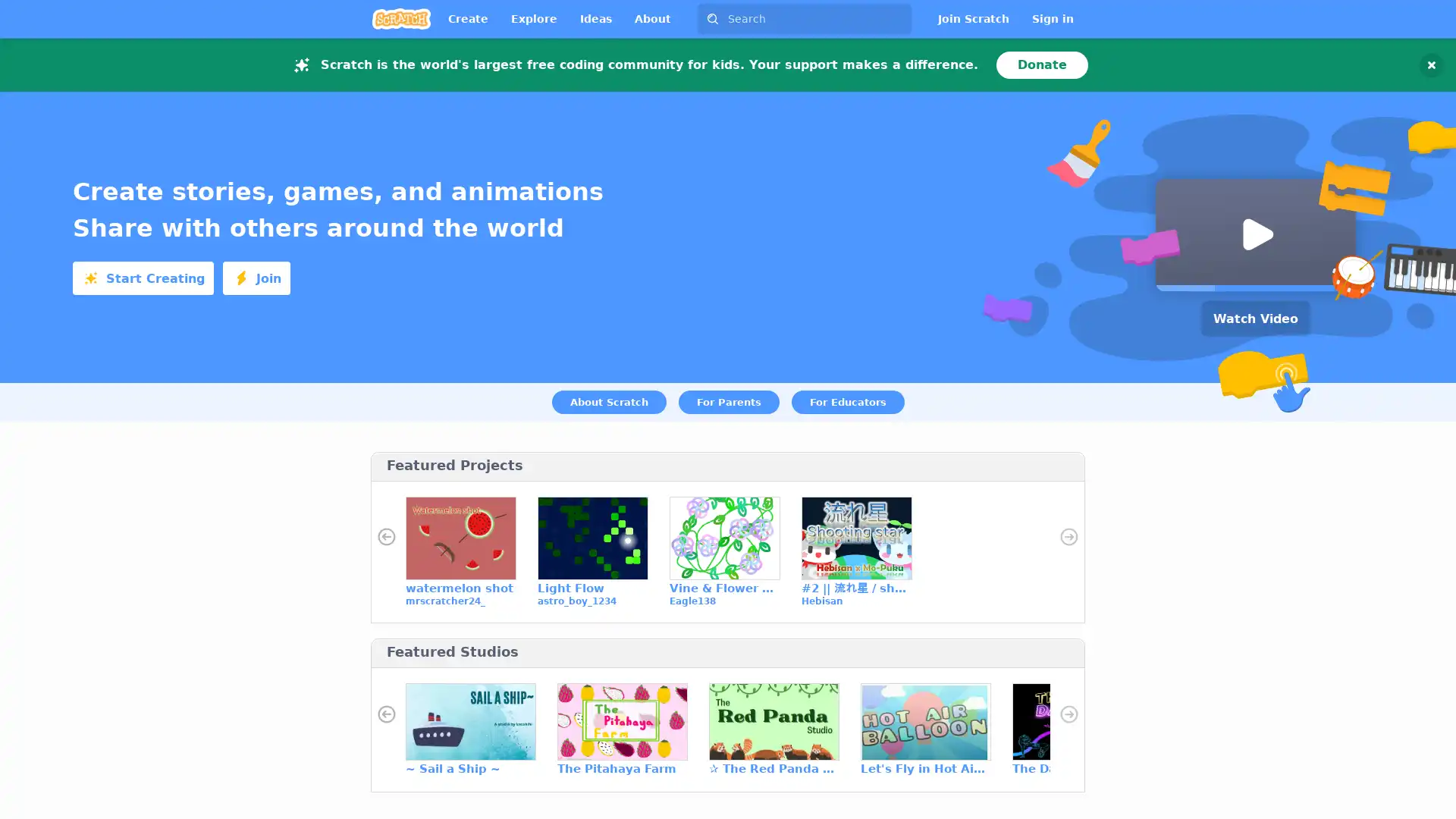 The height and width of the screenshot is (819, 1456). What do you see at coordinates (1041, 63) in the screenshot?
I see `Donate` at bounding box center [1041, 63].